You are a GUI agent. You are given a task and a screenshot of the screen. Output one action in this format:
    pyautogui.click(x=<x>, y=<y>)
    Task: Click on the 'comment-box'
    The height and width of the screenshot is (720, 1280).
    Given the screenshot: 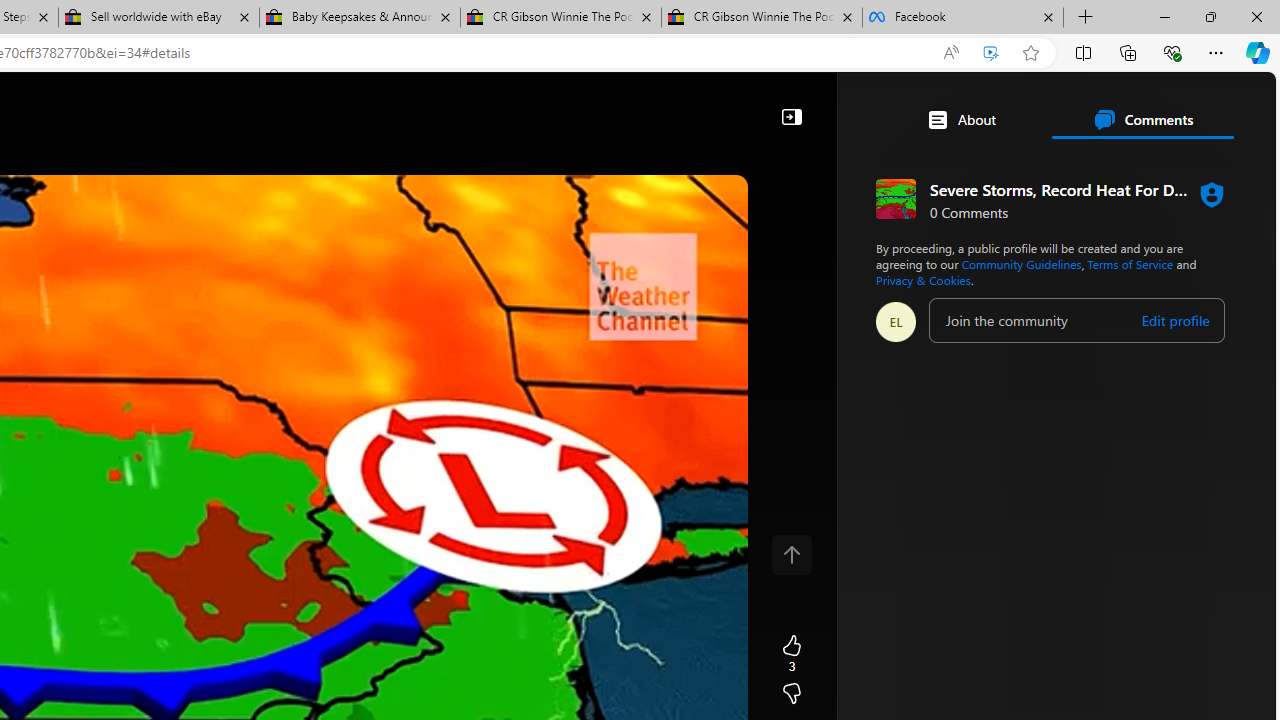 What is the action you would take?
    pyautogui.click(x=1076, y=319)
    